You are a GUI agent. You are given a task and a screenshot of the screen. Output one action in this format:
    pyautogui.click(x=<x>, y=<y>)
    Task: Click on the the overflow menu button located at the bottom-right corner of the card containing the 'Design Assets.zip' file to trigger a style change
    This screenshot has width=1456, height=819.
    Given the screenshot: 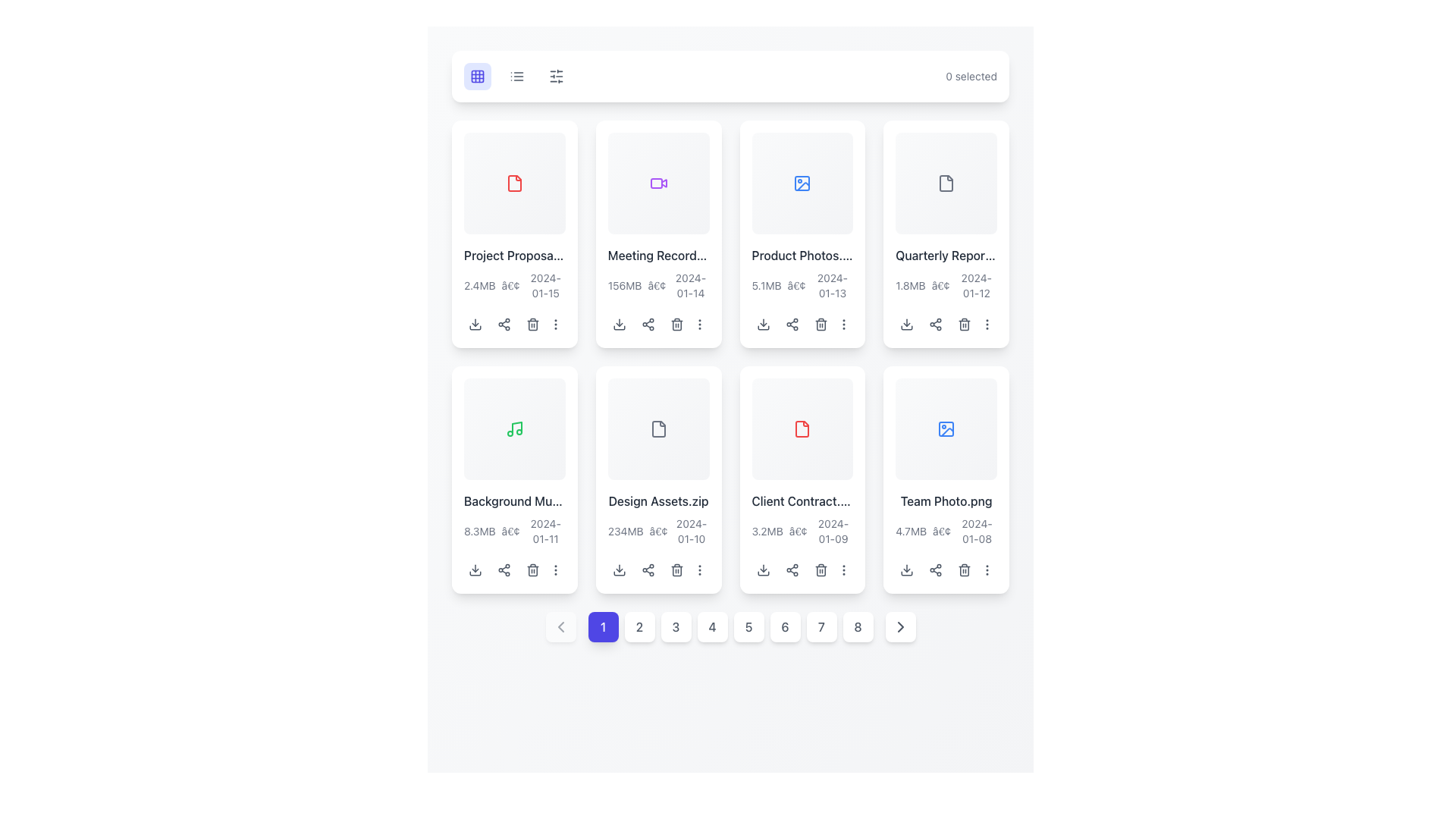 What is the action you would take?
    pyautogui.click(x=698, y=570)
    